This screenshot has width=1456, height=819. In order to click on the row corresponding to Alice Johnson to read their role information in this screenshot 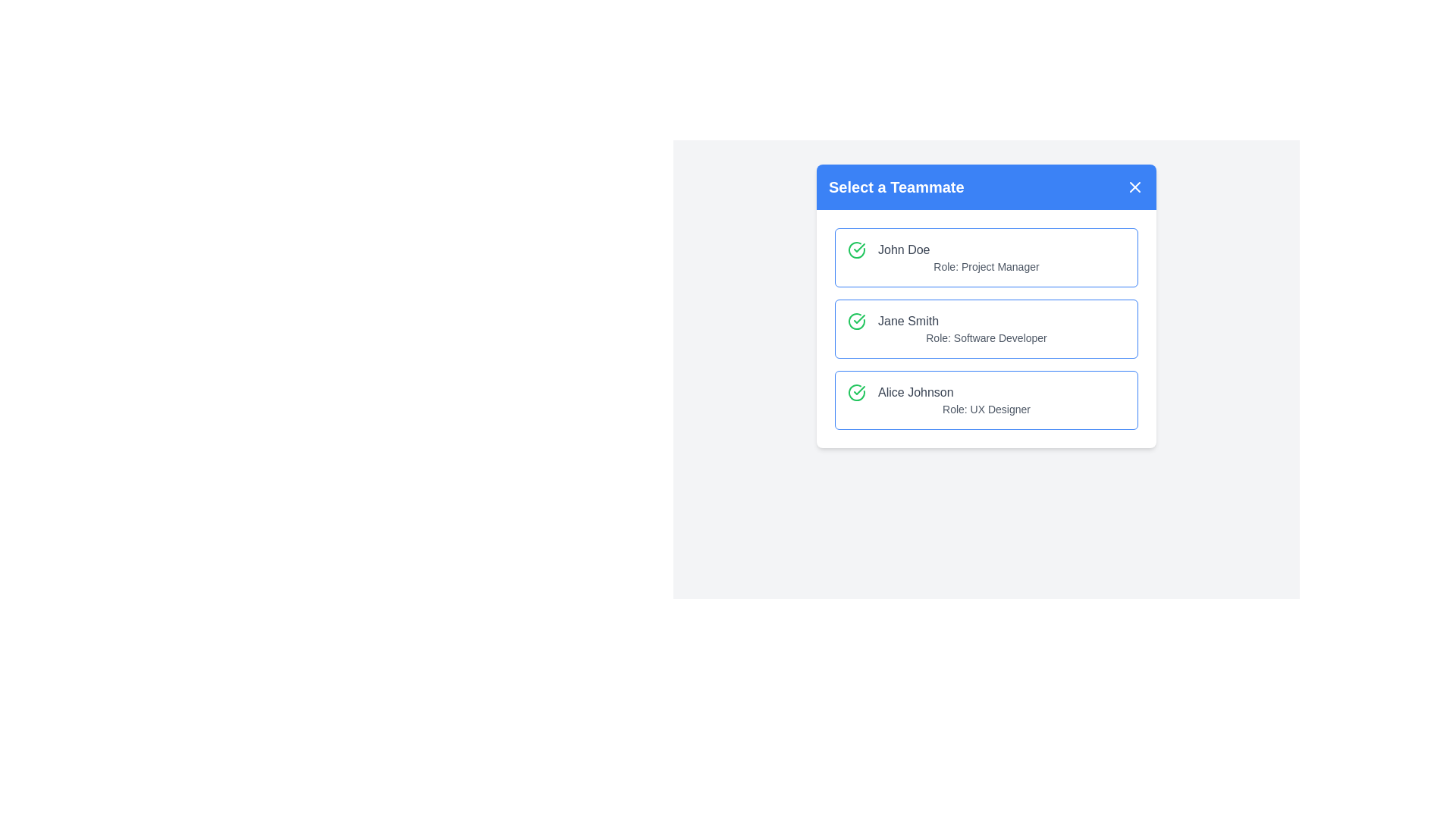, I will do `click(986, 400)`.